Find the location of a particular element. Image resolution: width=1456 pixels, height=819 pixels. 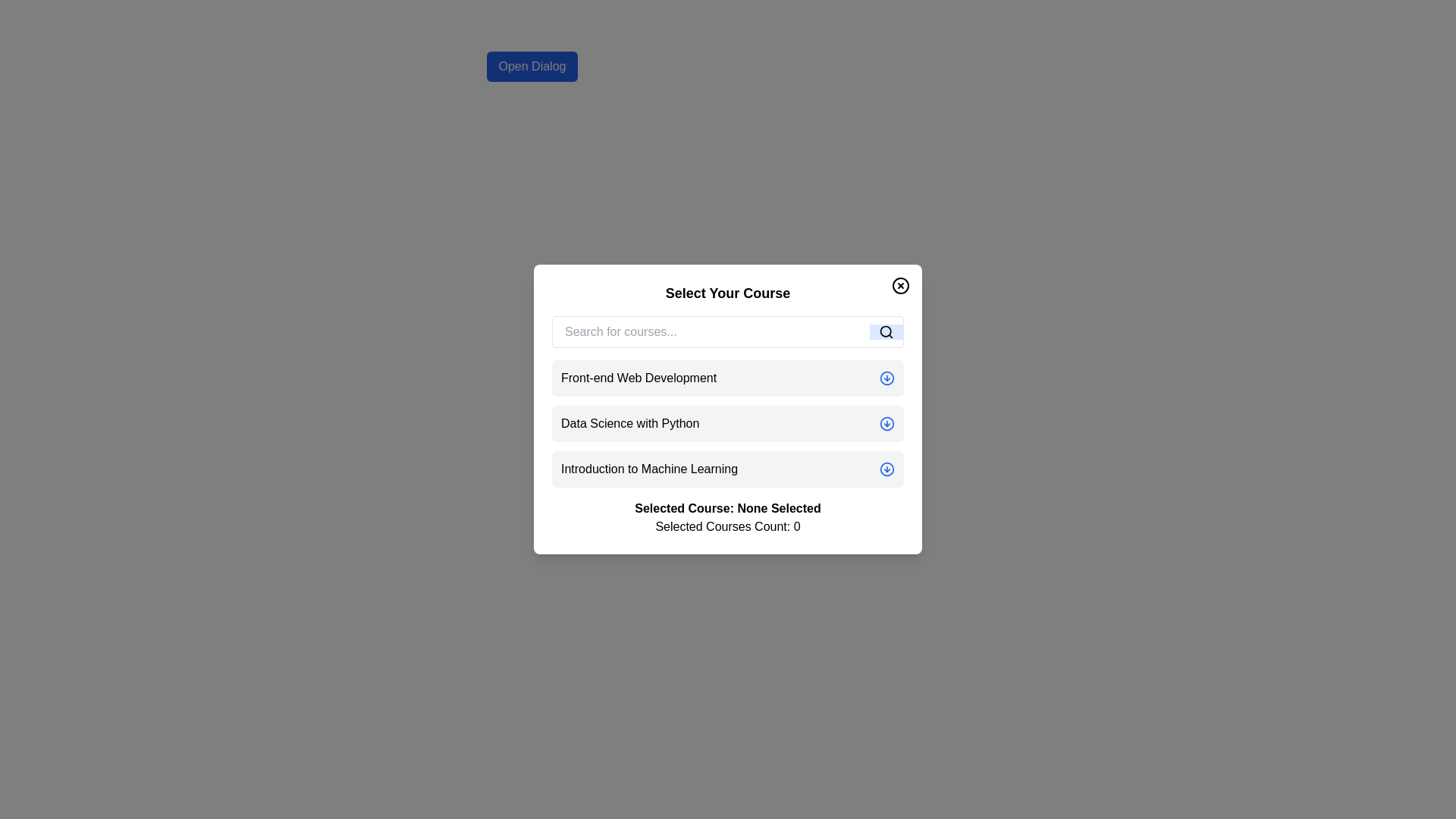

the label displaying the count of selected courses, which currently shows 'zero', located at the bottom-middle of the dialog box is located at coordinates (728, 526).